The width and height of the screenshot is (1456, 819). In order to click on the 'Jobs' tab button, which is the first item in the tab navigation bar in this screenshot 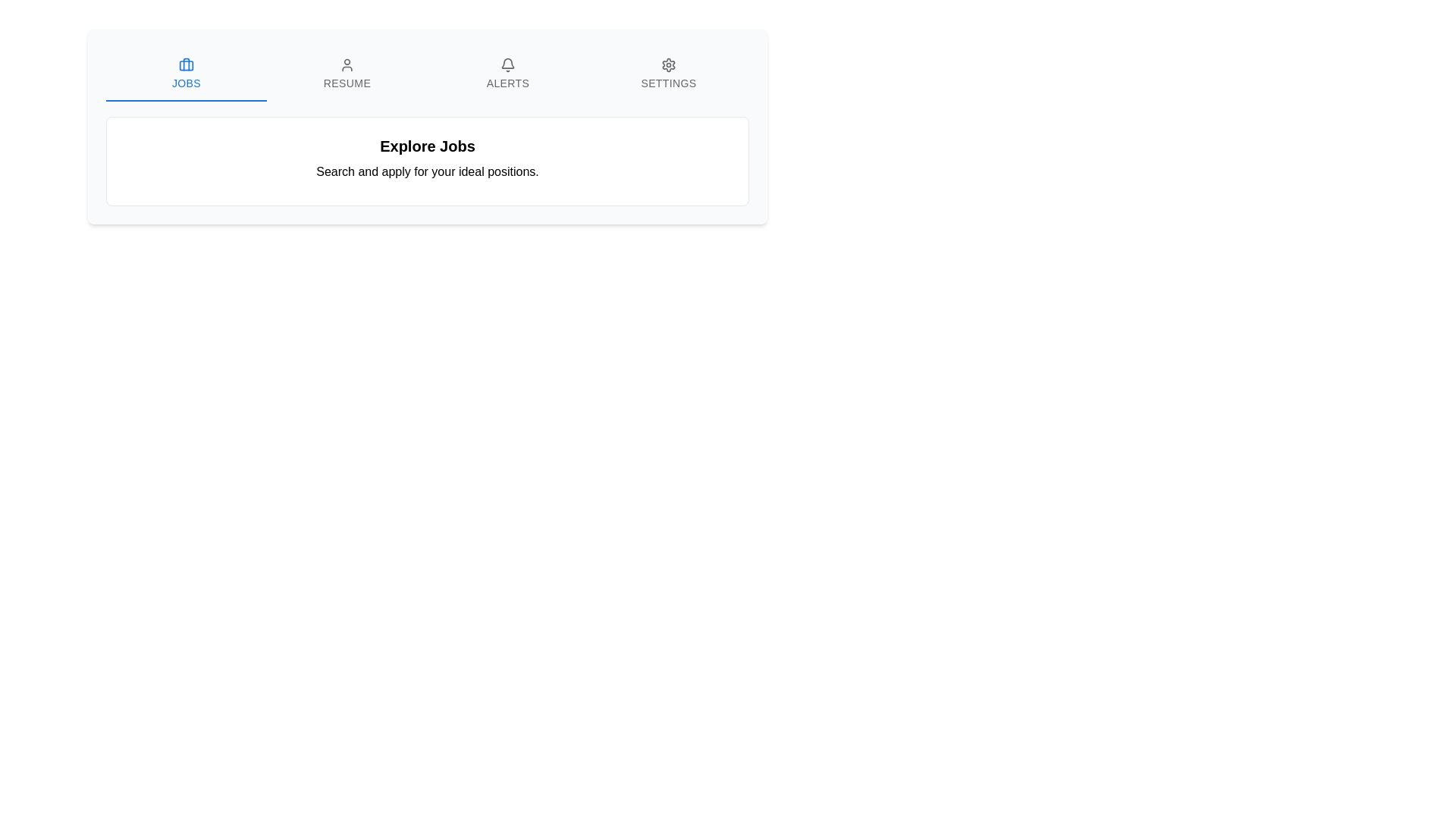, I will do `click(185, 74)`.